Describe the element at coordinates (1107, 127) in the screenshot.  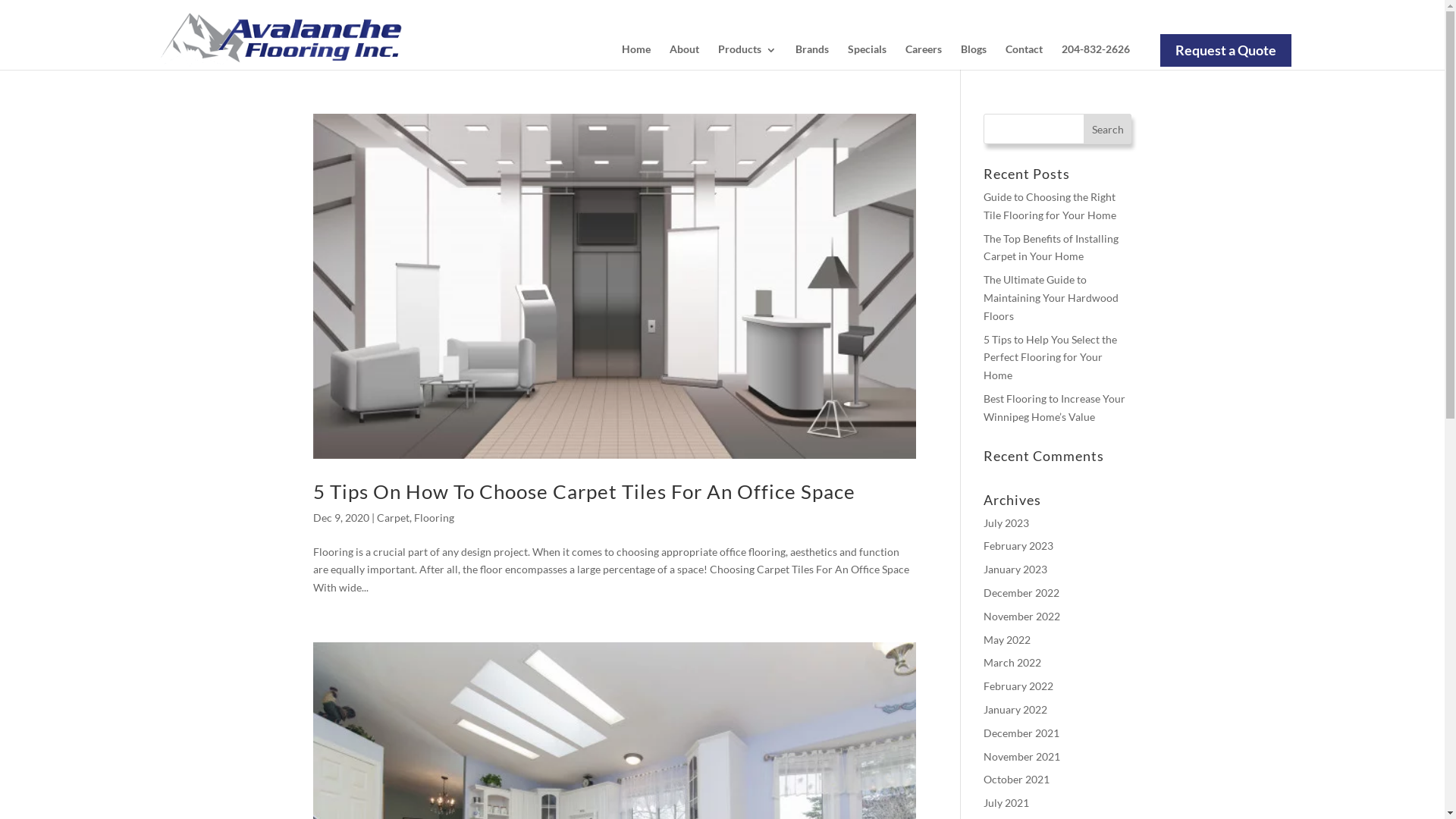
I see `'Search'` at that location.